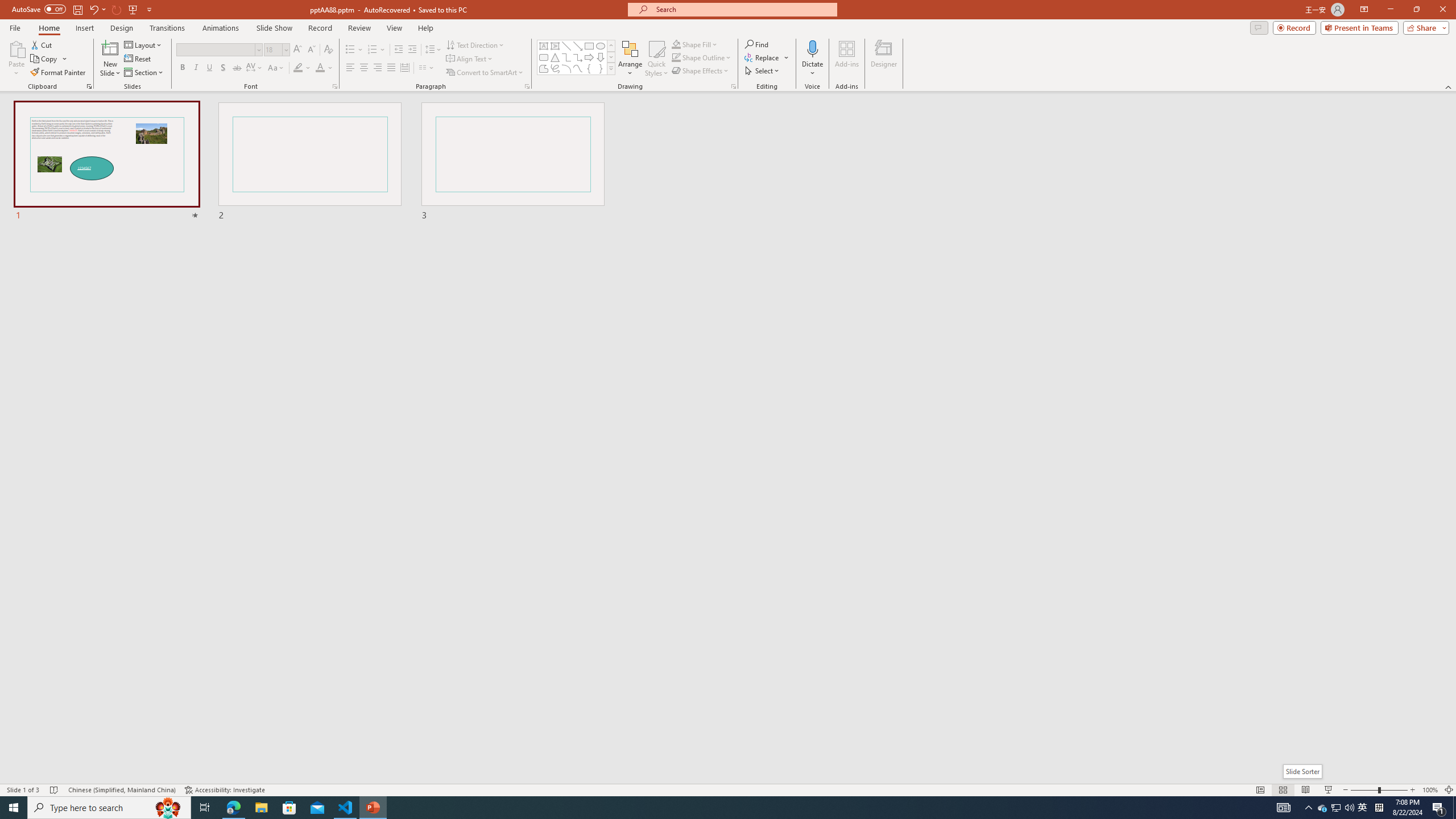  I want to click on 'Clear Formatting', so click(328, 49).